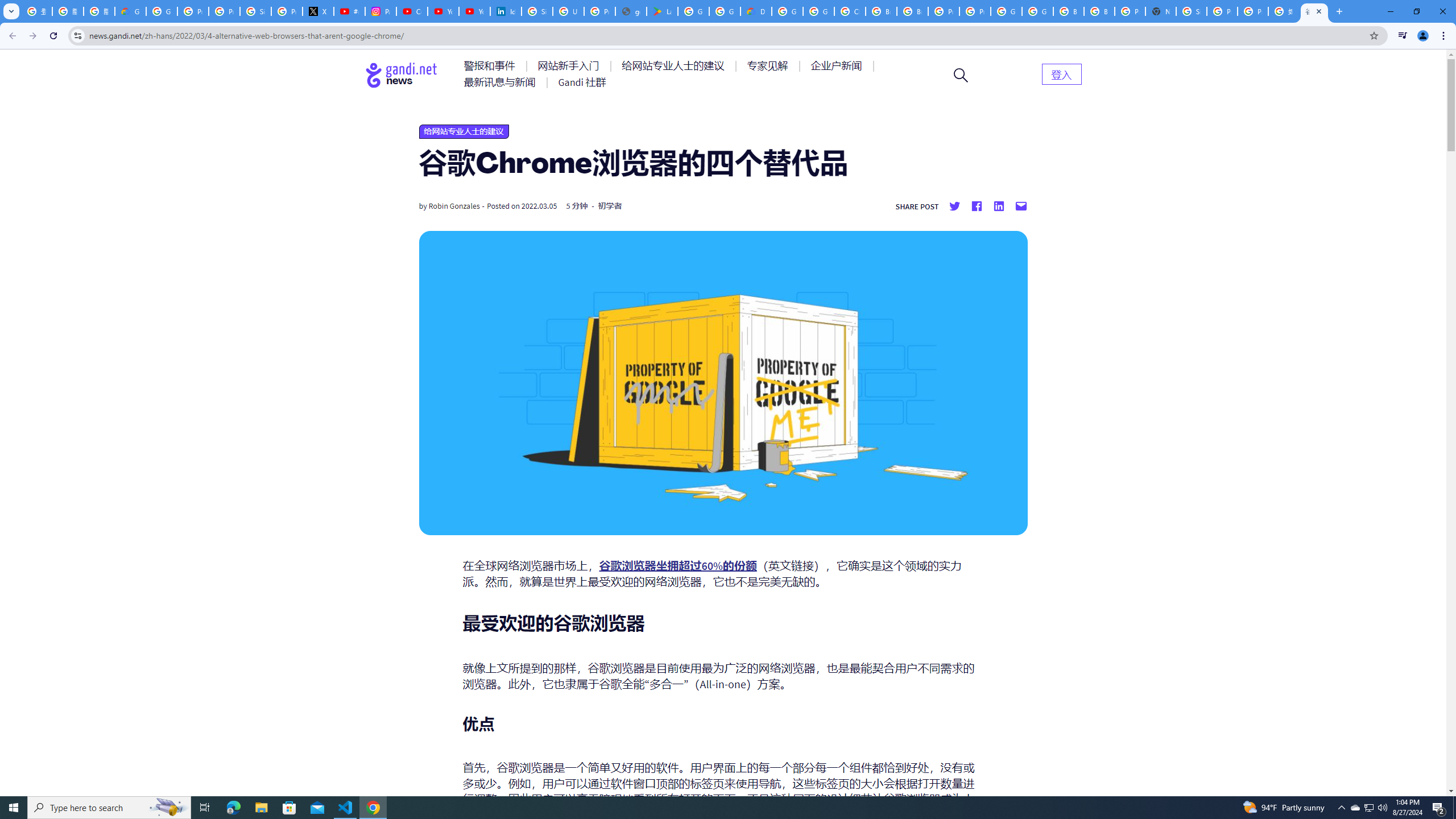 The image size is (1456, 819). What do you see at coordinates (999, 205) in the screenshot?
I see `'Share on Linkedin'` at bounding box center [999, 205].